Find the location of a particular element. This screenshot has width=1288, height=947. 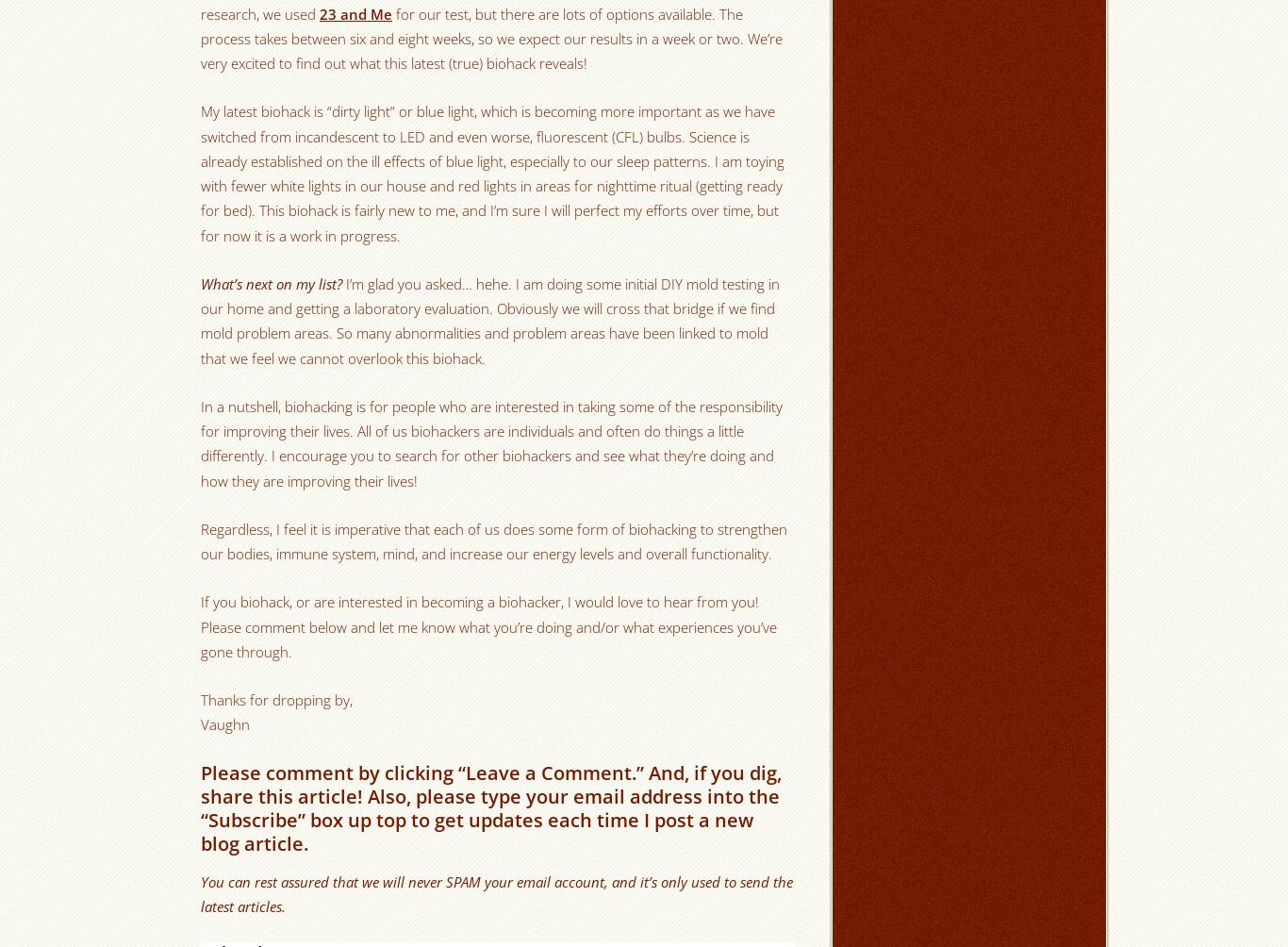

'You can rest assured that we will never SPAM your email account, and it’s only used to send the latest articles.' is located at coordinates (497, 891).